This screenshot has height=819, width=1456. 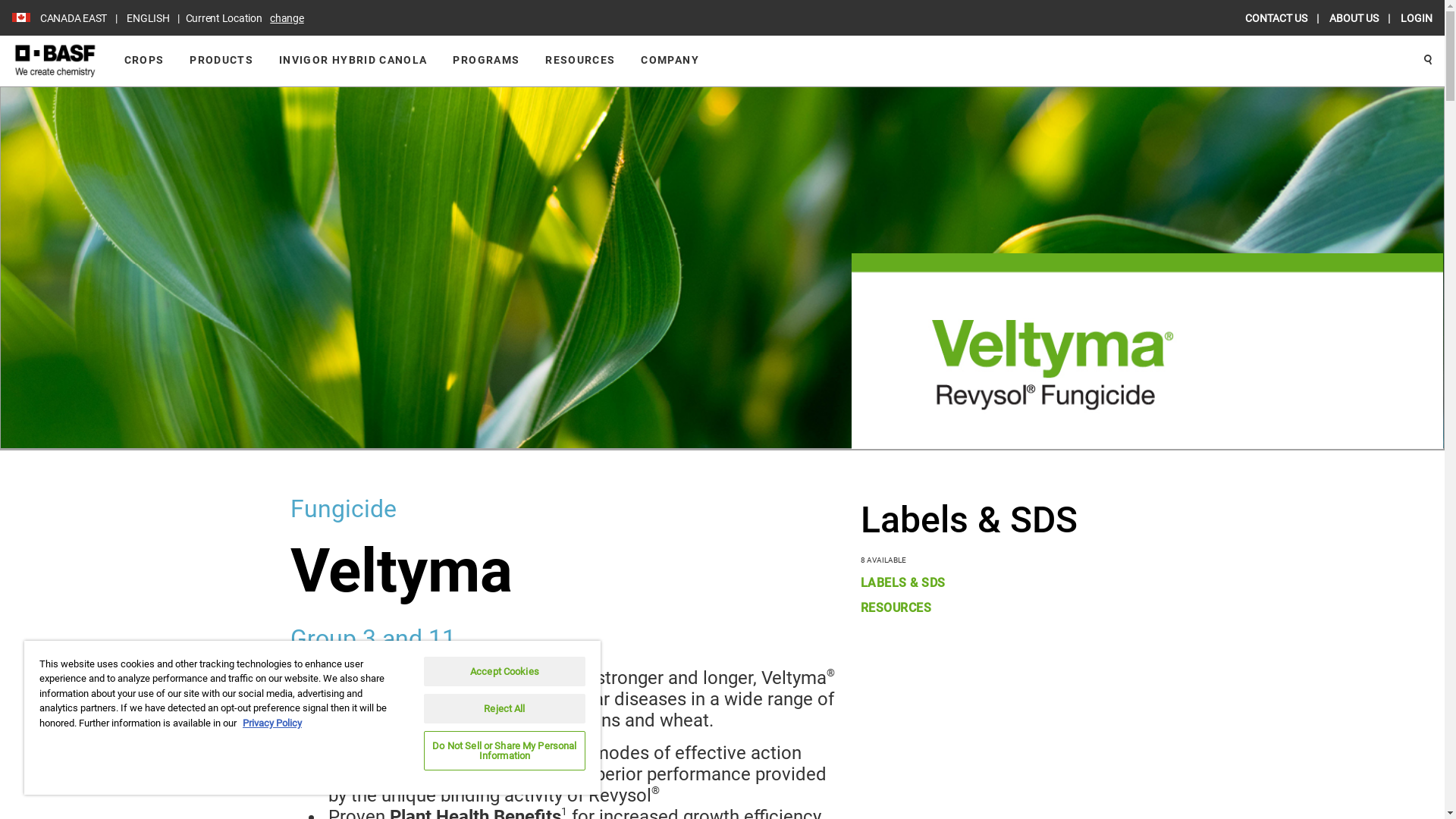 What do you see at coordinates (119, 17) in the screenshot?
I see `'ENGLISH'` at bounding box center [119, 17].